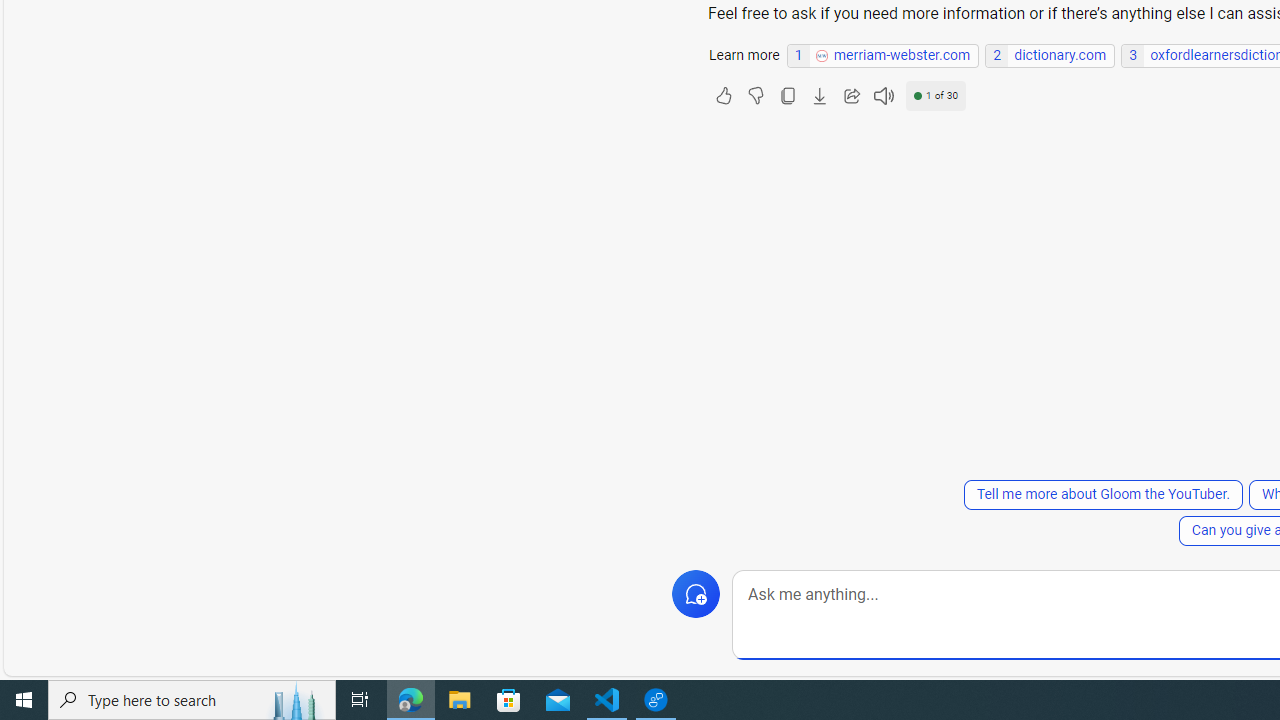  Describe the element at coordinates (786, 96) in the screenshot. I see `'Copy'` at that location.